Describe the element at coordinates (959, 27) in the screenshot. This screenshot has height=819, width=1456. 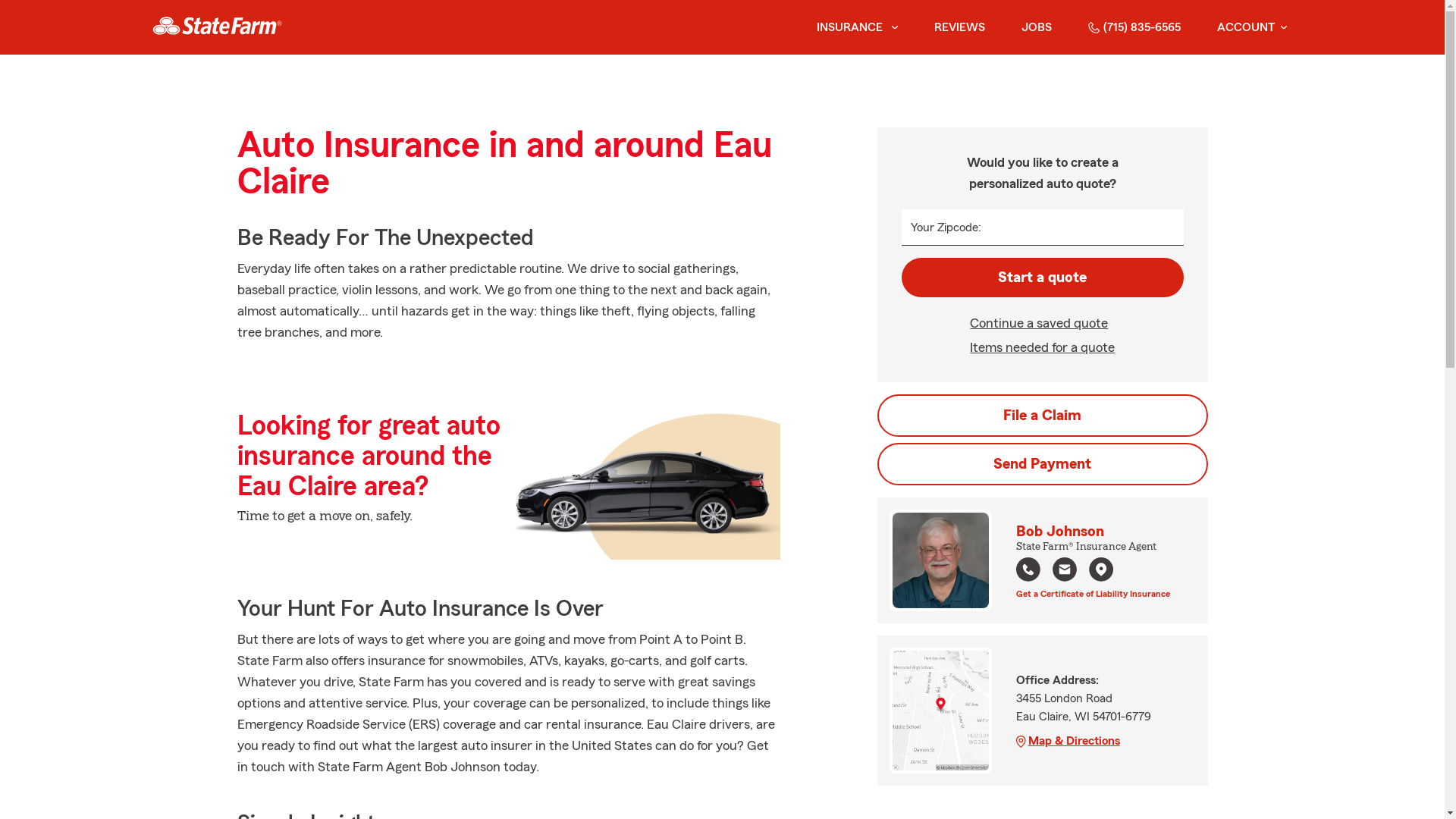
I see `'REVIEWS'` at that location.